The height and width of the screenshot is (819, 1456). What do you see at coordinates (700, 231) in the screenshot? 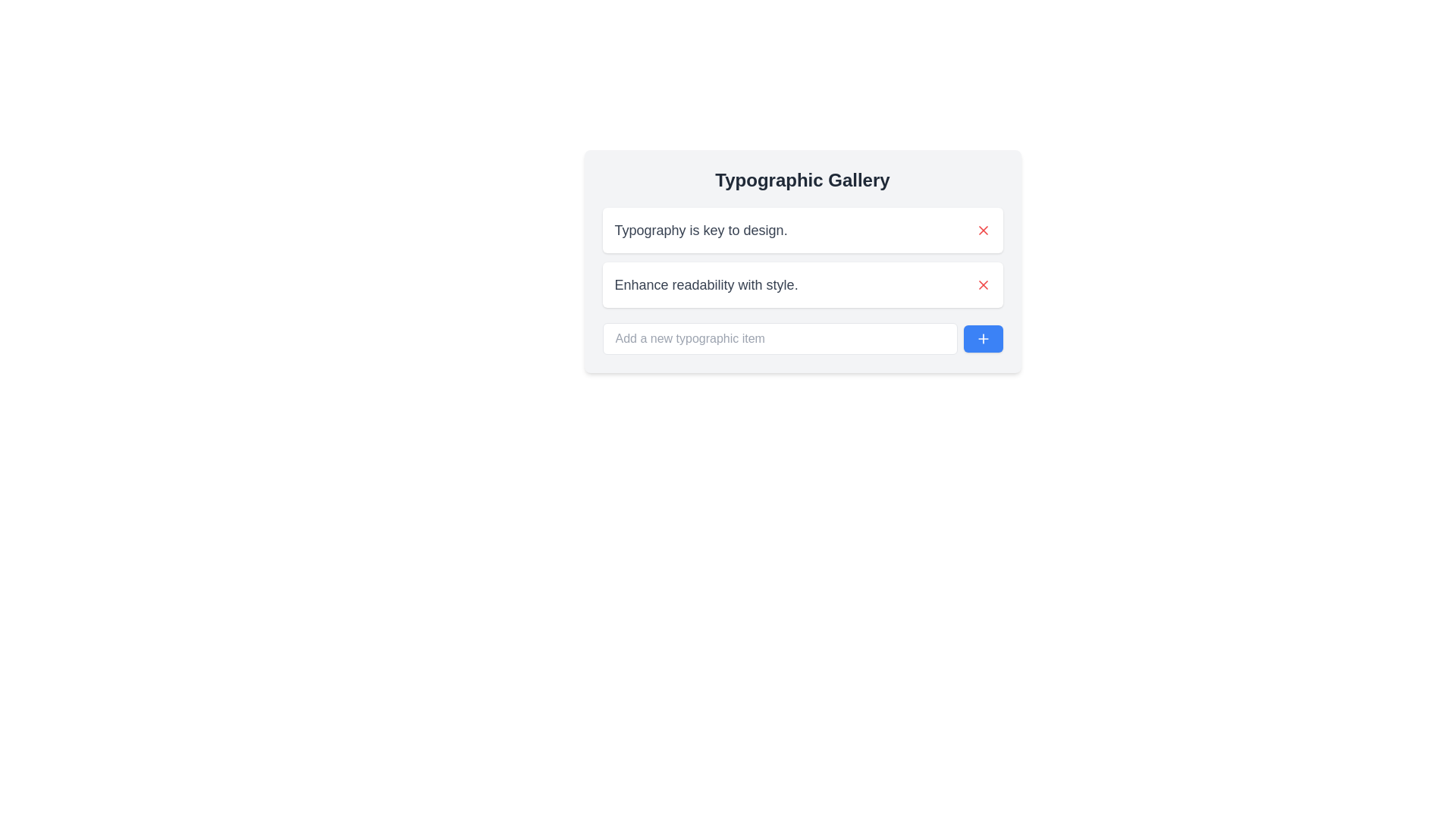
I see `the static text label that states 'Typography is key to design.' displayed in a large gray font style, located in the top-middle area of the interface` at bounding box center [700, 231].